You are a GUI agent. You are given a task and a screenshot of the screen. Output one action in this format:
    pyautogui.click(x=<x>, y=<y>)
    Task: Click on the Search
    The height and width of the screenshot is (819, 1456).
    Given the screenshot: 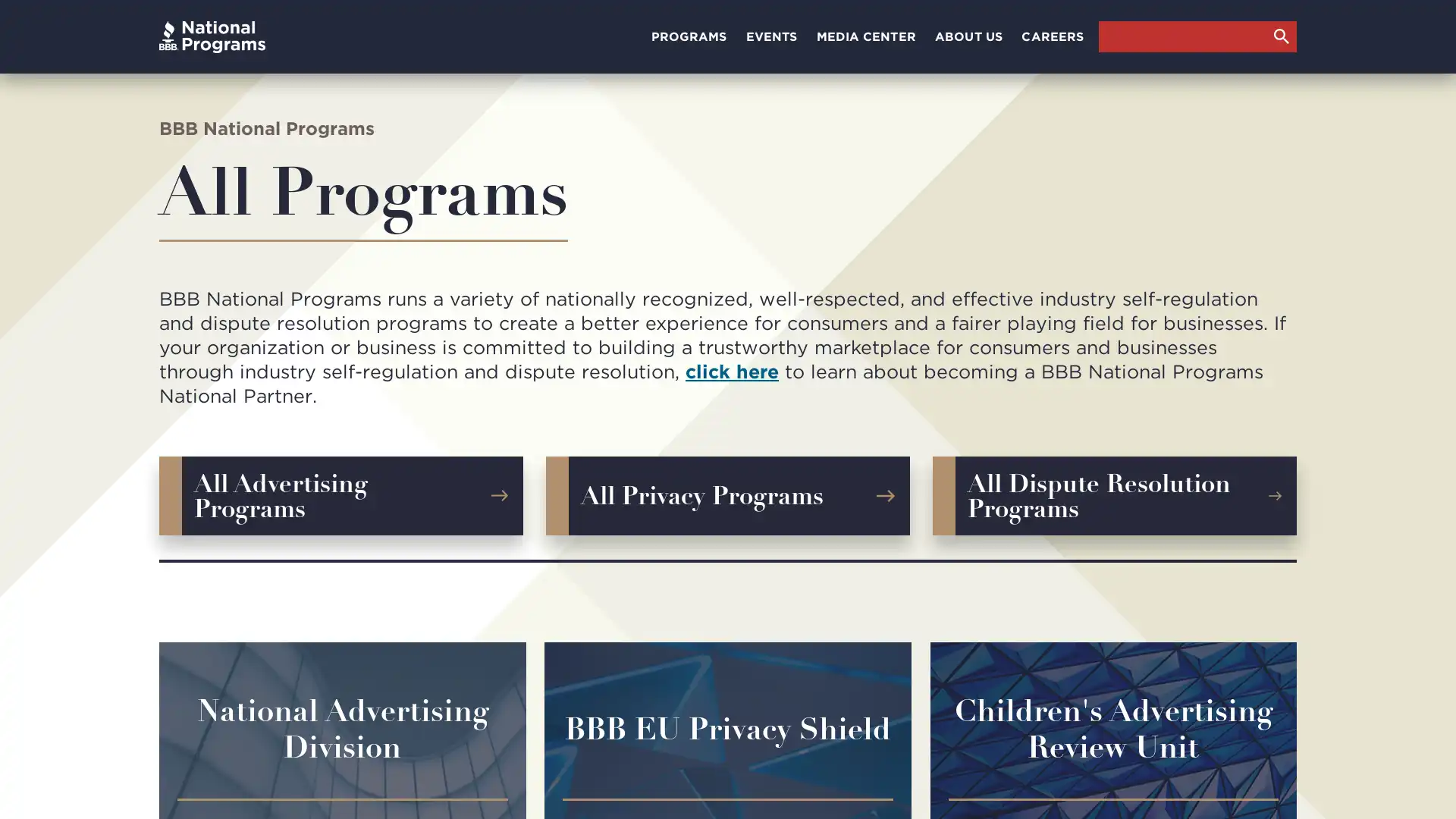 What is the action you would take?
    pyautogui.click(x=1280, y=35)
    